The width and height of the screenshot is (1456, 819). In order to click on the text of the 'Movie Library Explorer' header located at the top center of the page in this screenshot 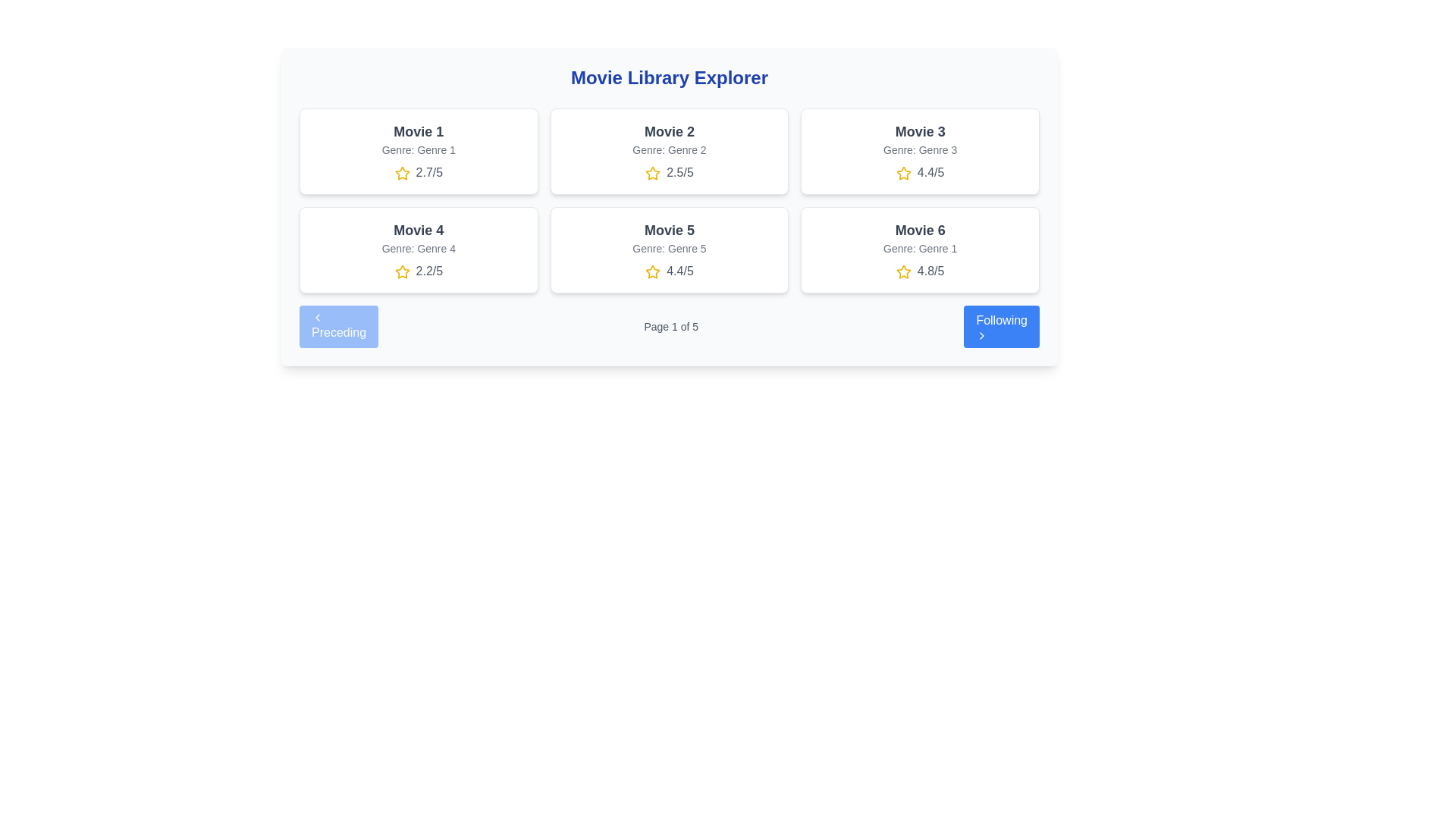, I will do `click(669, 78)`.